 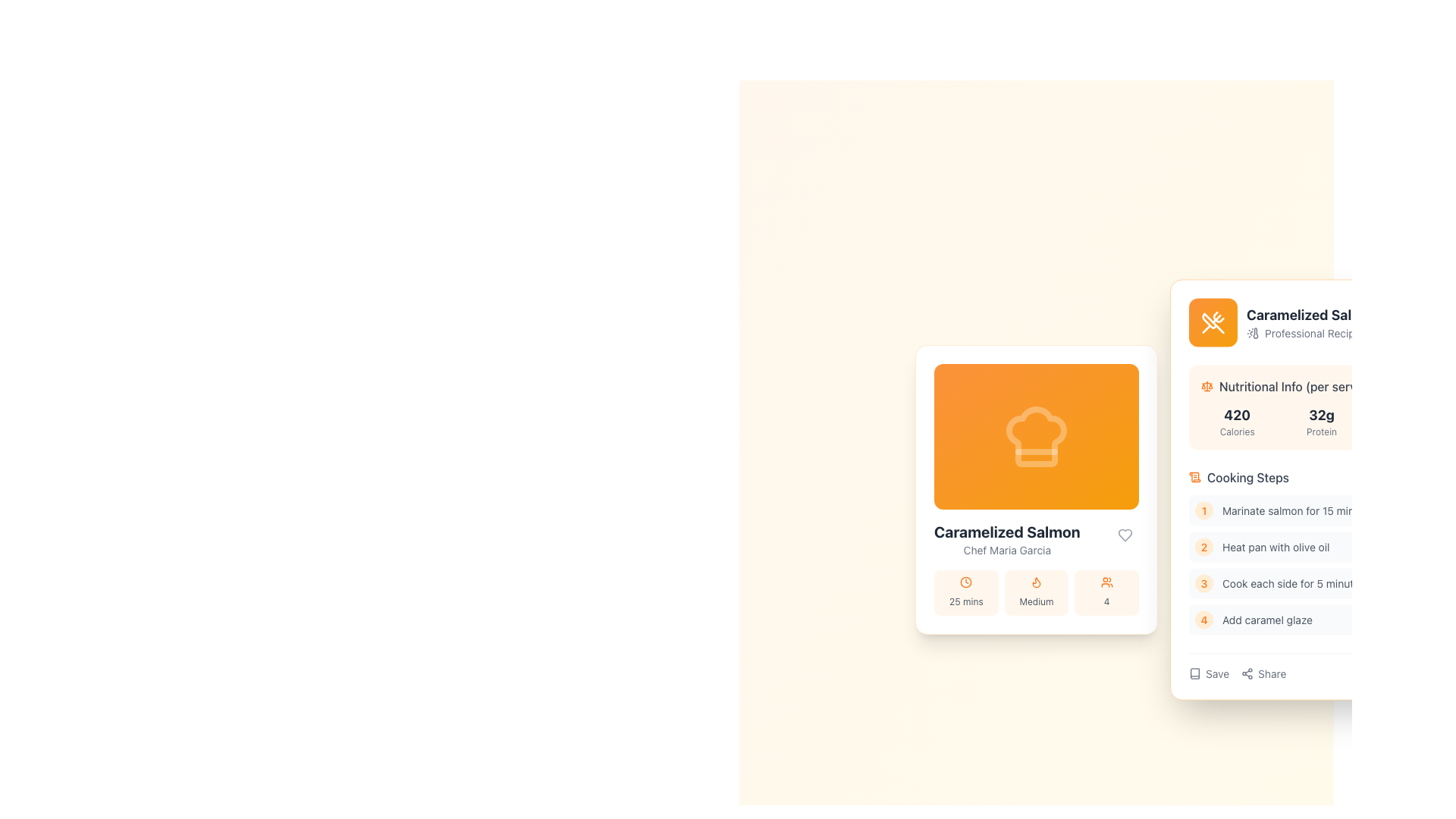 I want to click on the flame icon that signifies the cooking difficulty level, positioned above the 'Medium' label within a card-like component, so click(x=1036, y=581).